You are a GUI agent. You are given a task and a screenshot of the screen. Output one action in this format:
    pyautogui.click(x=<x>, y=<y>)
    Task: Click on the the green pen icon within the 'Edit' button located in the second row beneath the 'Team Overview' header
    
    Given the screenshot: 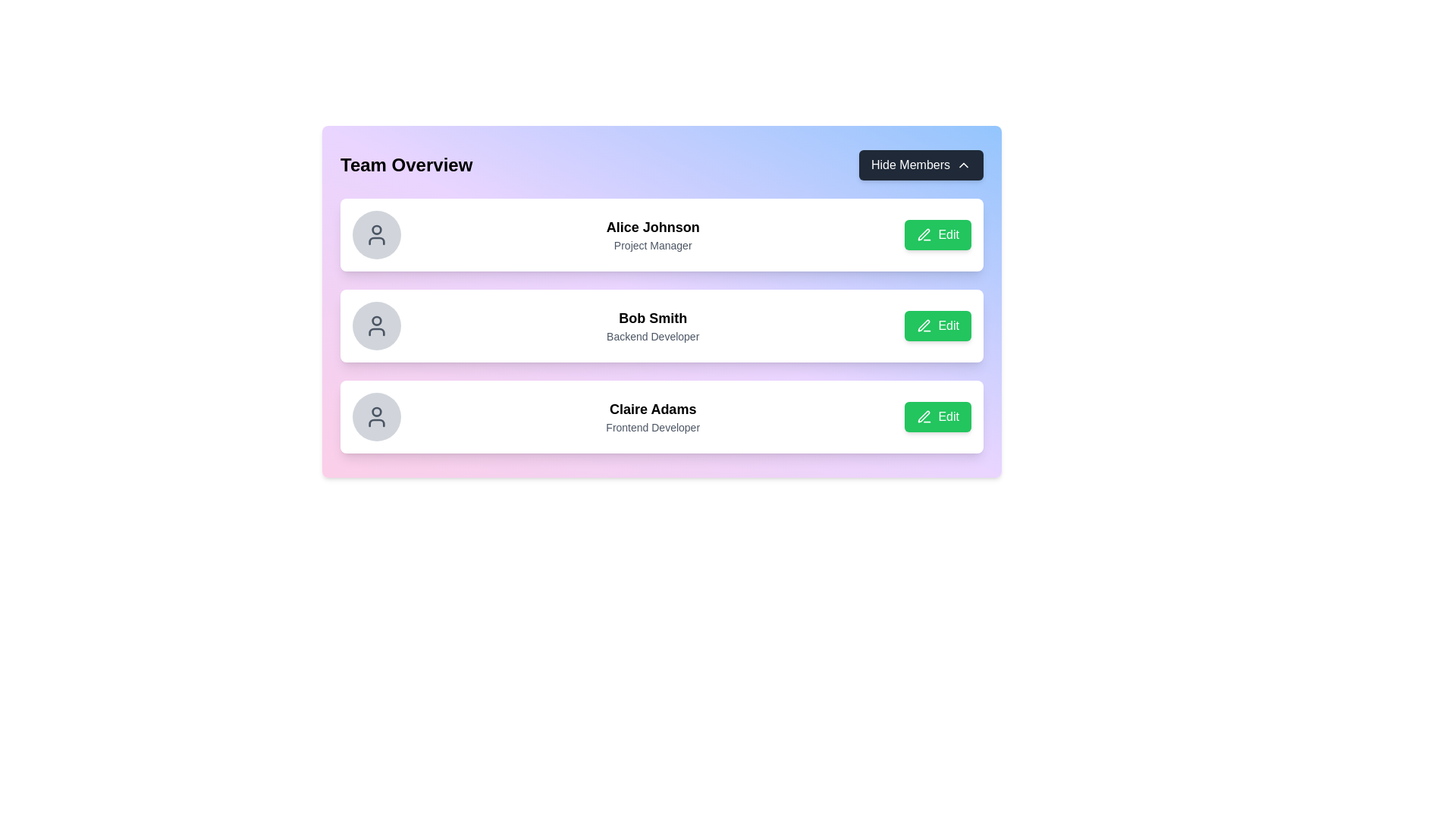 What is the action you would take?
    pyautogui.click(x=924, y=325)
    